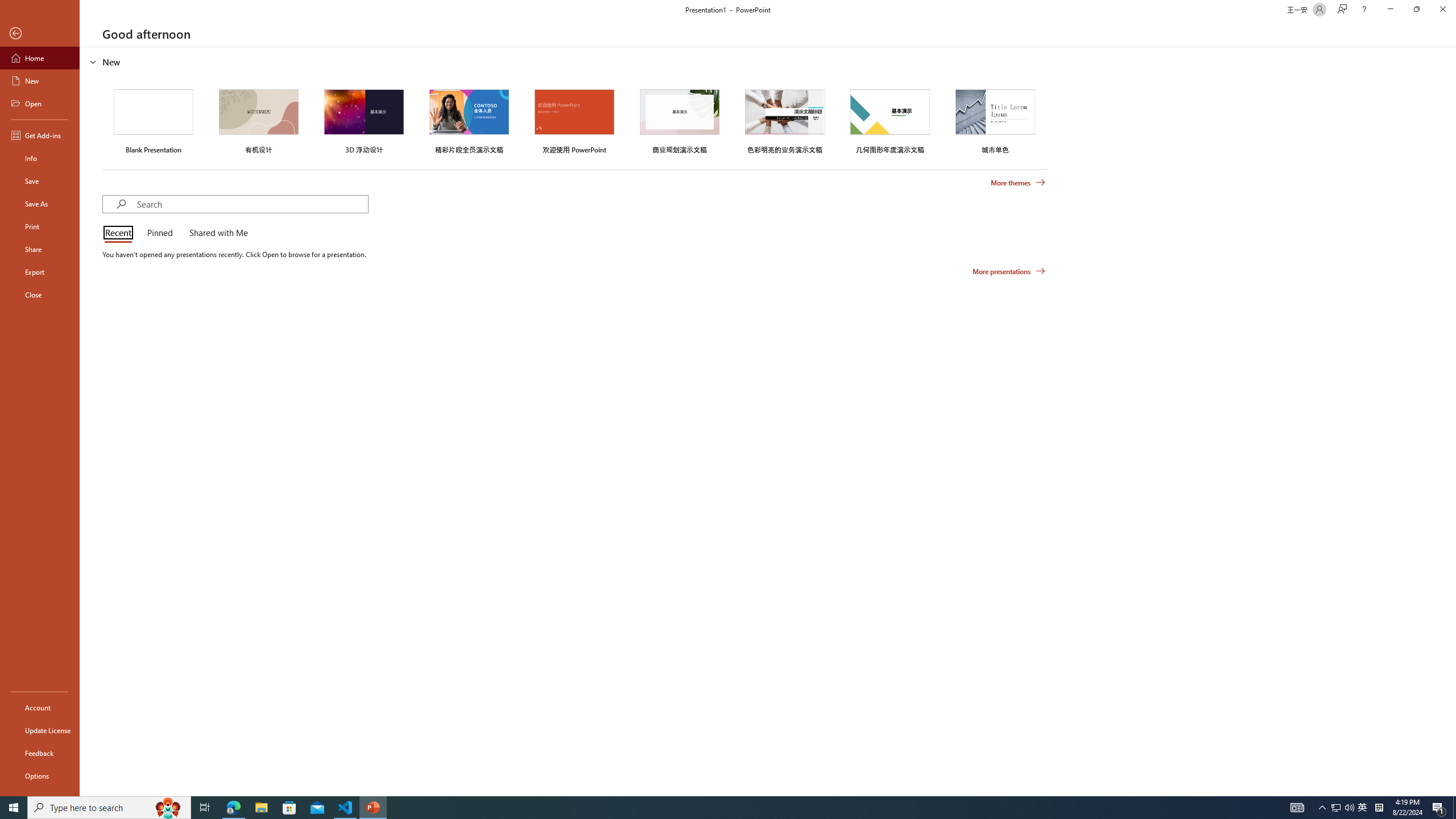 This screenshot has width=1456, height=819. What do you see at coordinates (39, 80) in the screenshot?
I see `'New'` at bounding box center [39, 80].